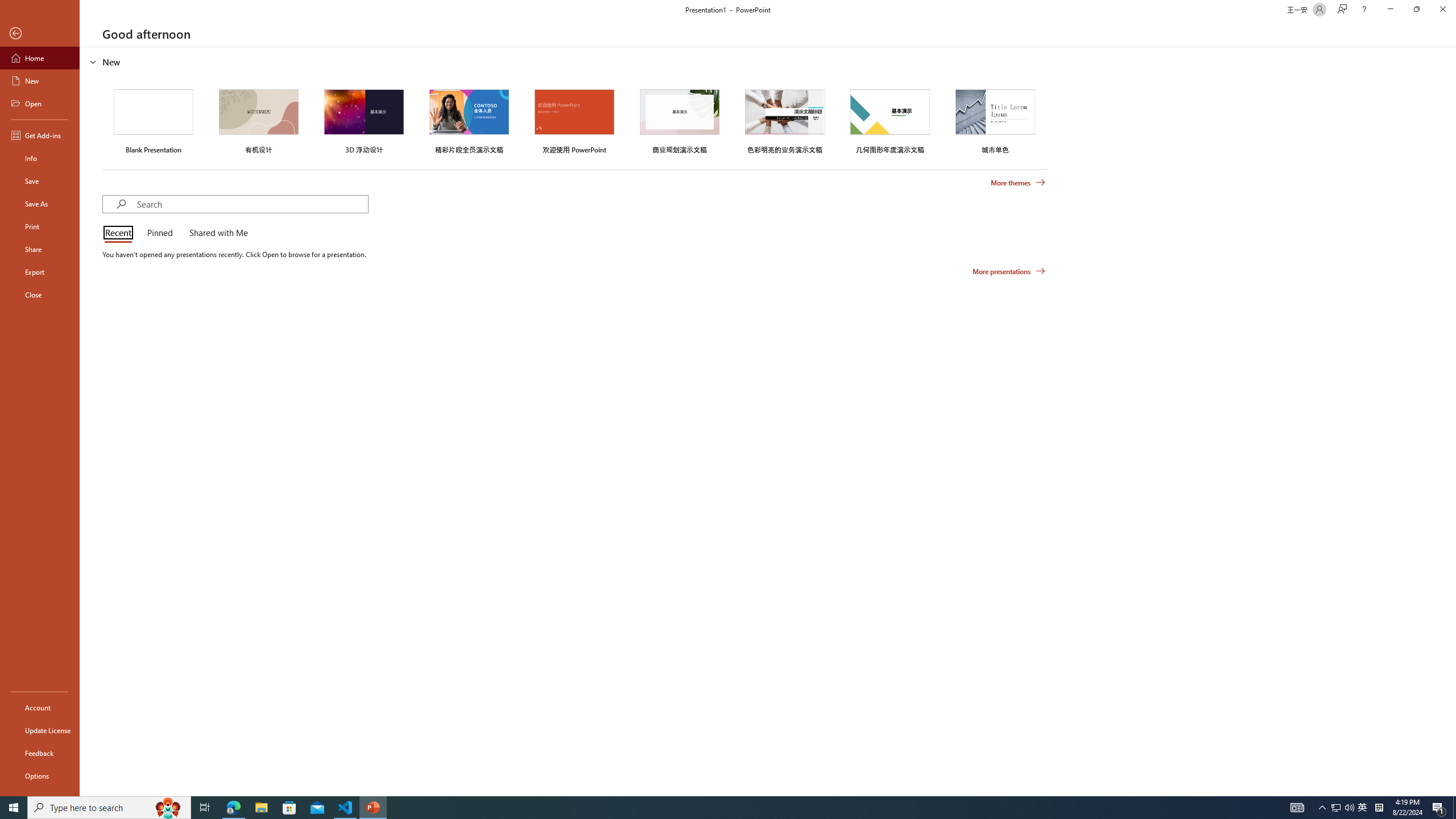 This screenshot has width=1456, height=819. What do you see at coordinates (39, 80) in the screenshot?
I see `'New'` at bounding box center [39, 80].